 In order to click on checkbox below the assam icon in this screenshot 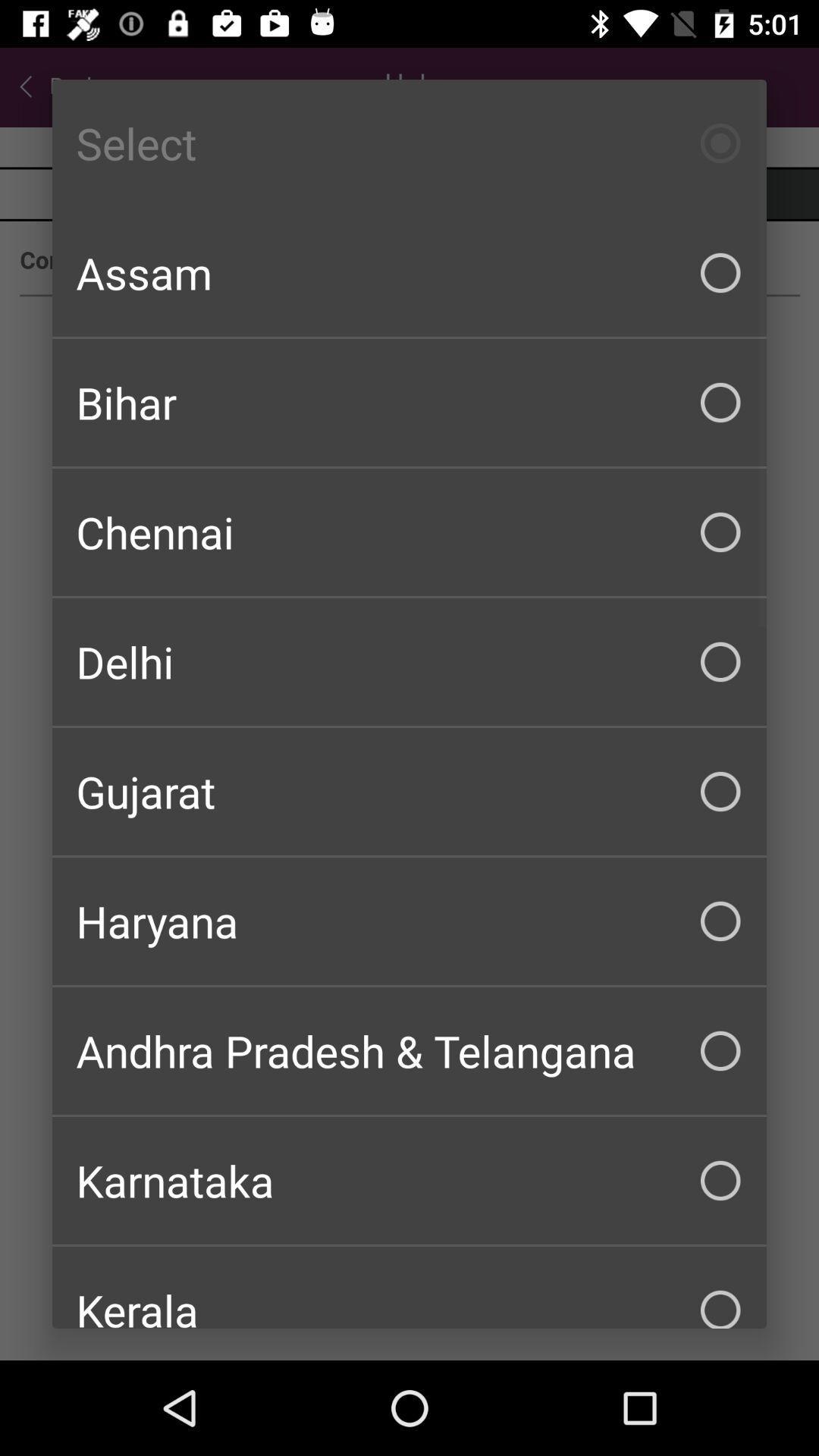, I will do `click(409, 403)`.